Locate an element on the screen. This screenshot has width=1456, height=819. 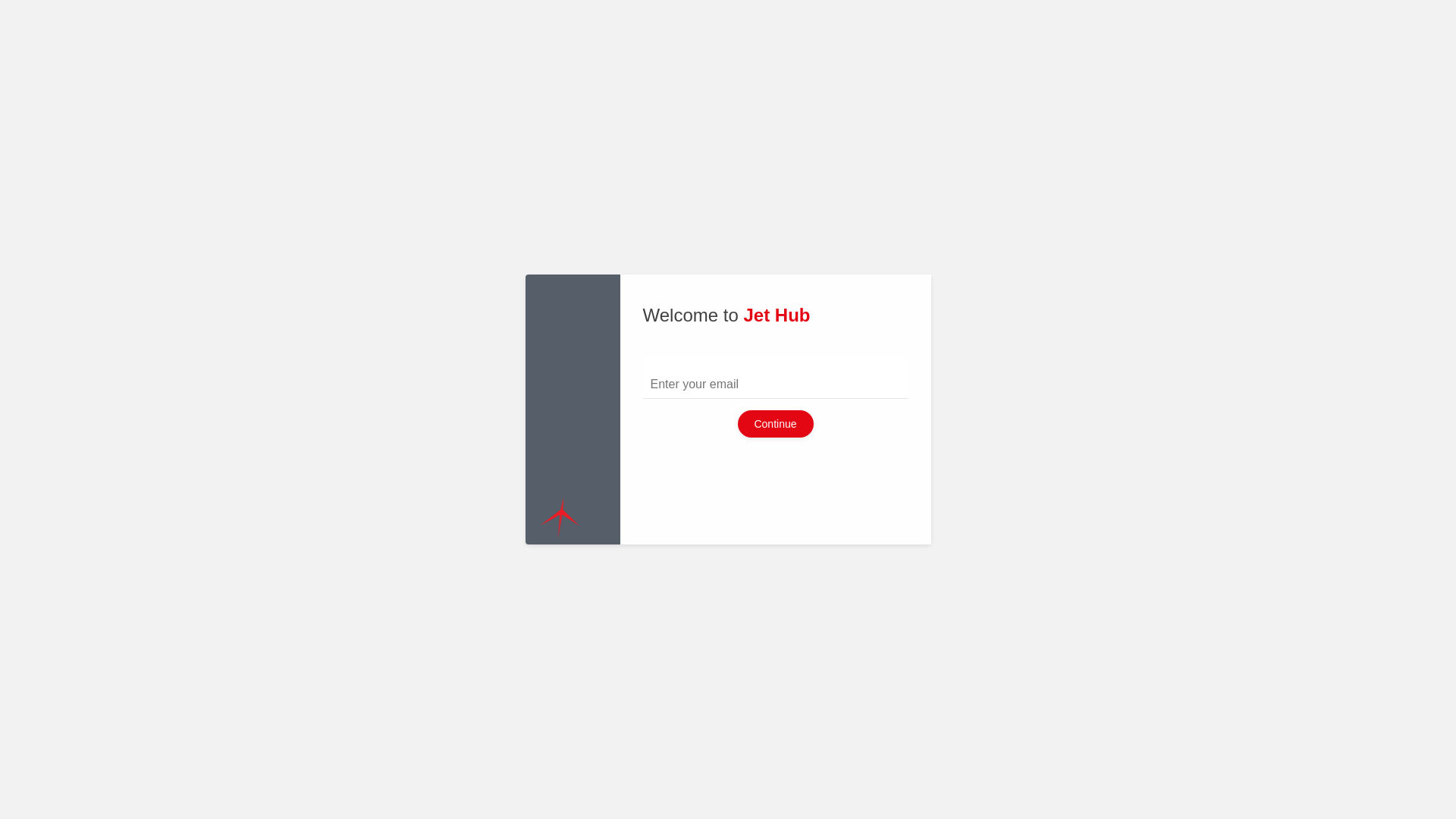
'Continue' is located at coordinates (775, 424).